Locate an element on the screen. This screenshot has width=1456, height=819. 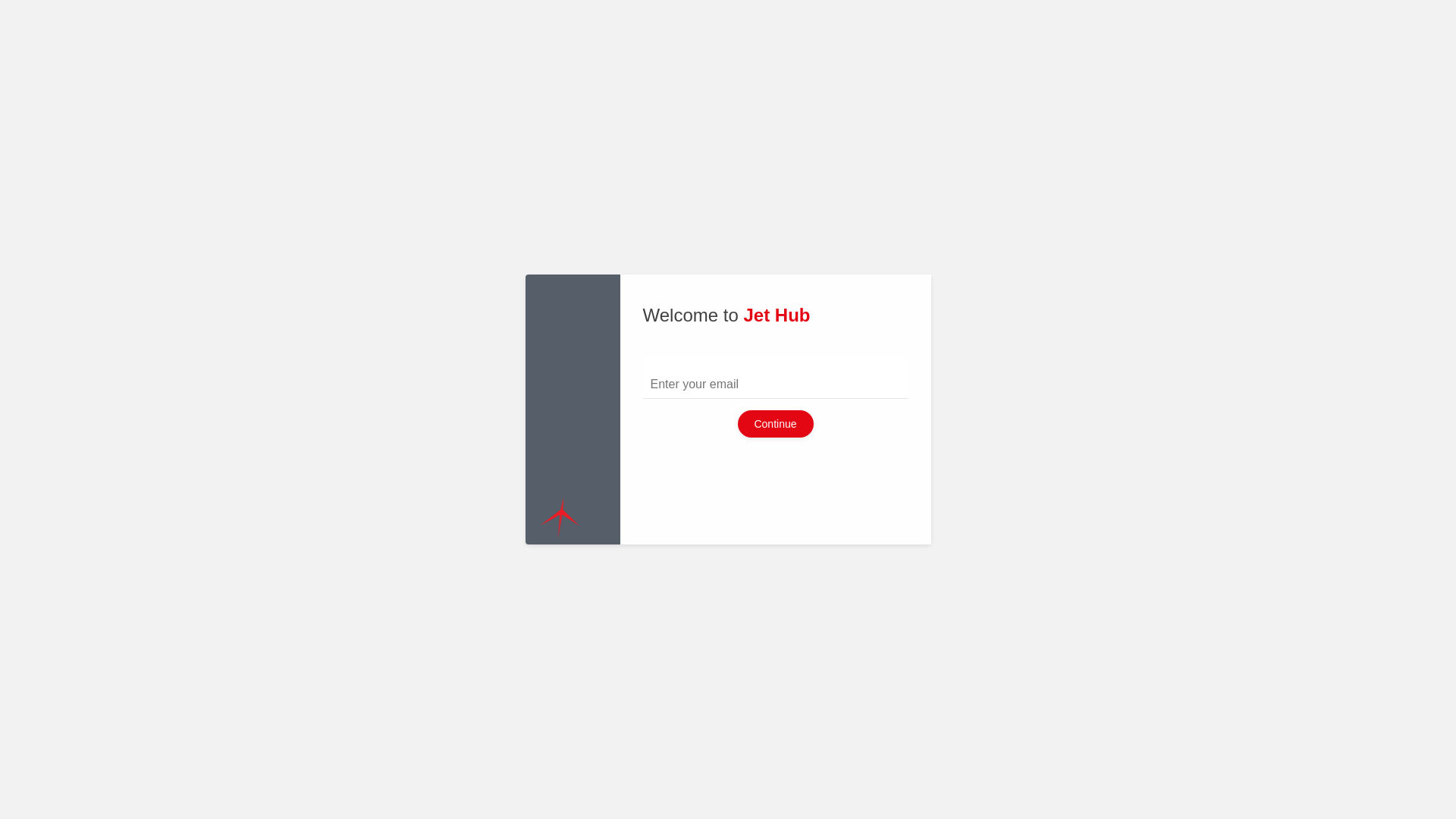
'Continue' is located at coordinates (775, 424).